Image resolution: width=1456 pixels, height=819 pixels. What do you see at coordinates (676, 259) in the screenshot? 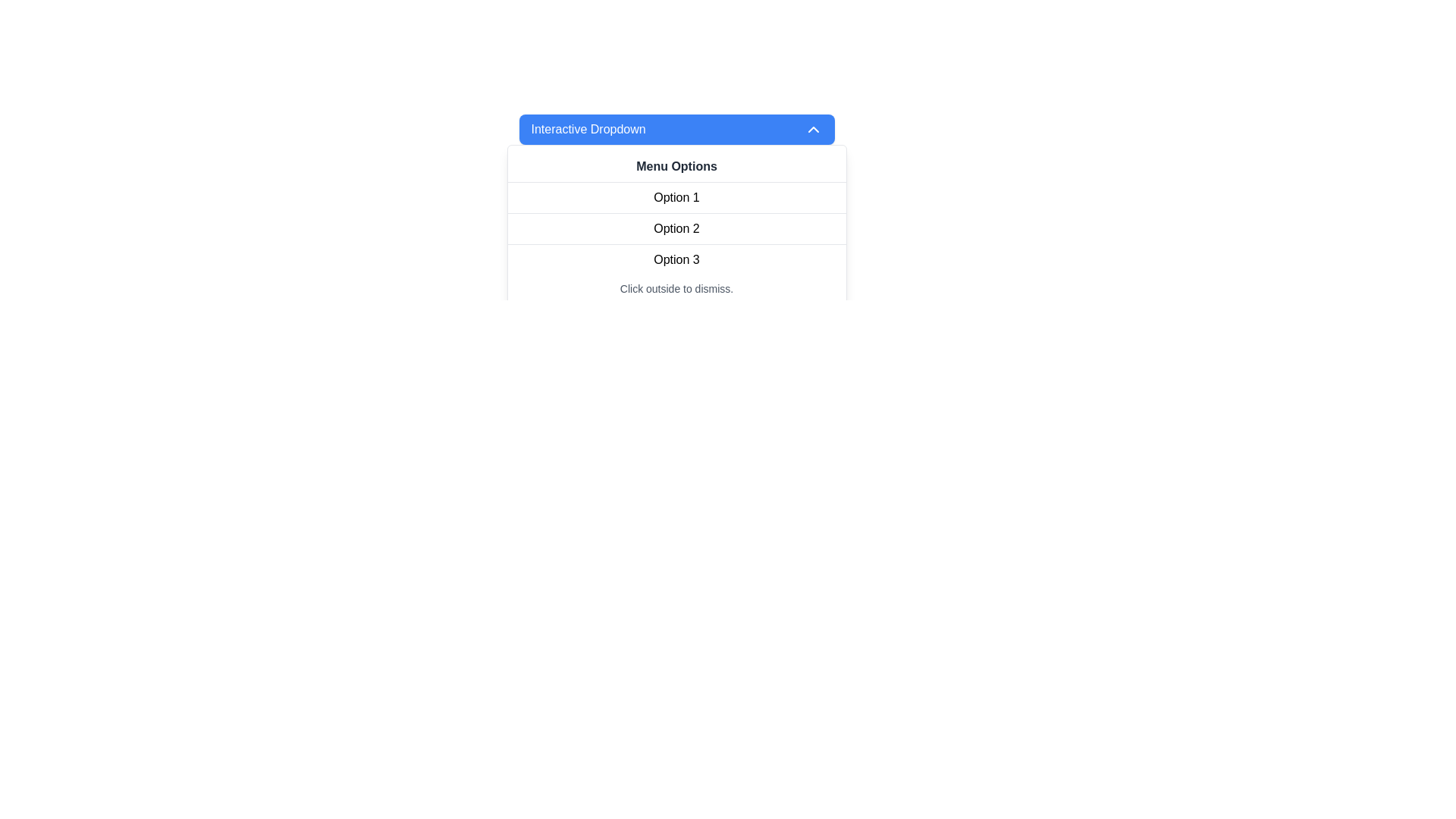
I see `the 'Option 3' text item in the dropdown menu` at bounding box center [676, 259].